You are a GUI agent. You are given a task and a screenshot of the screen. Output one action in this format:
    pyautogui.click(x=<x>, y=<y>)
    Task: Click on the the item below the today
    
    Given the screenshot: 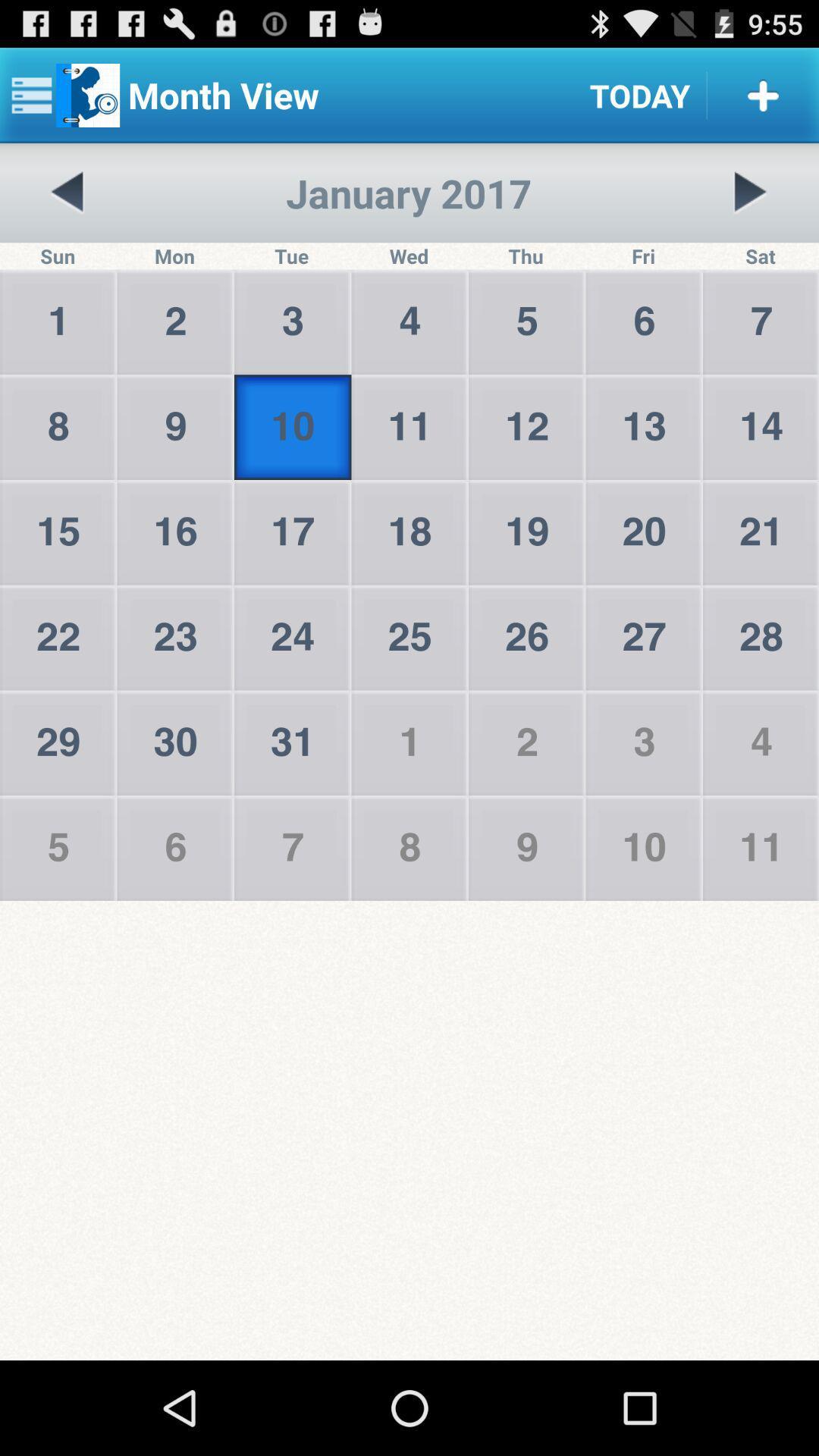 What is the action you would take?
    pyautogui.click(x=749, y=192)
    